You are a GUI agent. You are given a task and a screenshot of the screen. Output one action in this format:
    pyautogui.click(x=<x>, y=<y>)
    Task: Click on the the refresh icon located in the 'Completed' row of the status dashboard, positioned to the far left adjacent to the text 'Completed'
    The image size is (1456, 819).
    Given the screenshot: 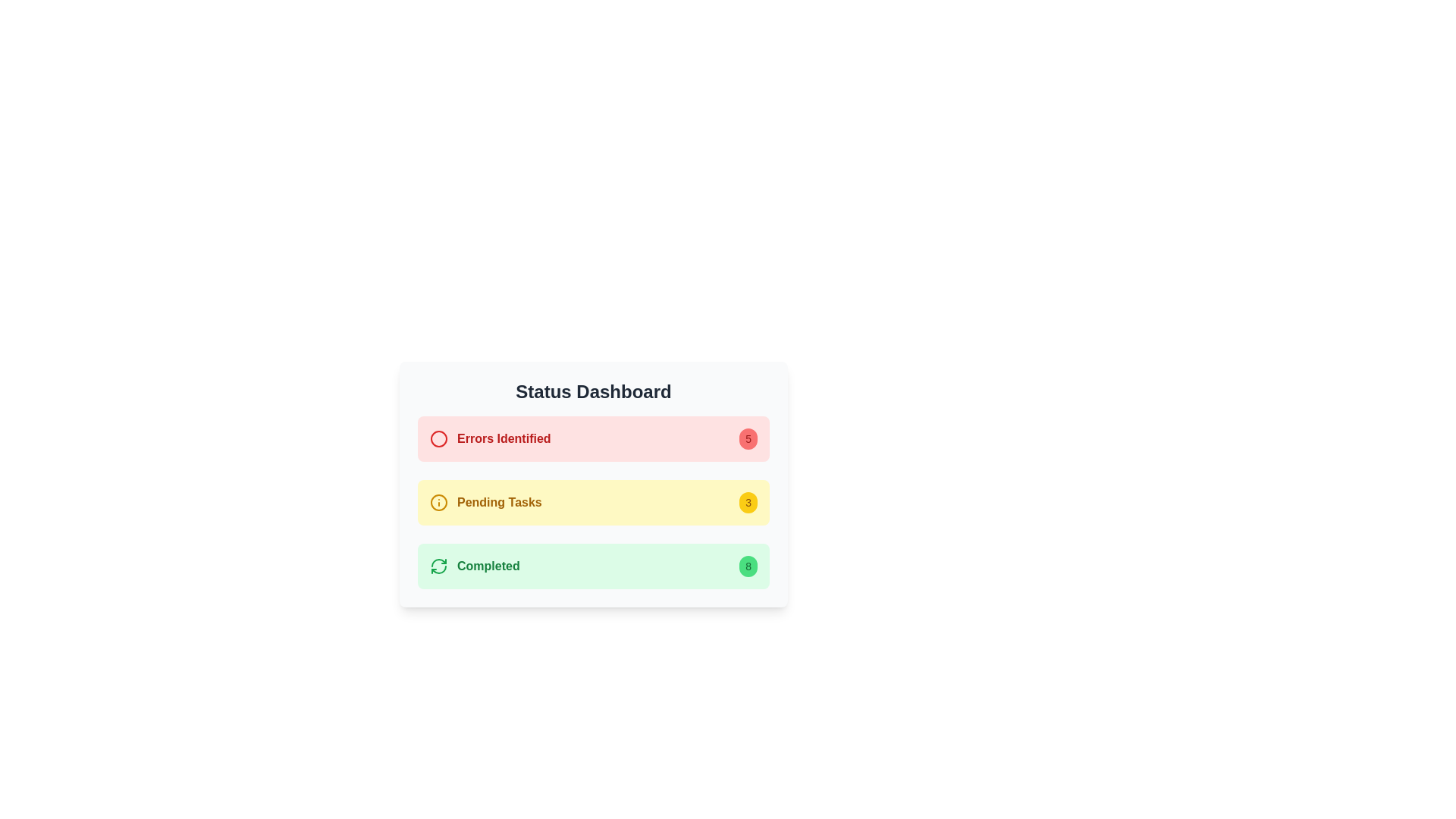 What is the action you would take?
    pyautogui.click(x=438, y=566)
    